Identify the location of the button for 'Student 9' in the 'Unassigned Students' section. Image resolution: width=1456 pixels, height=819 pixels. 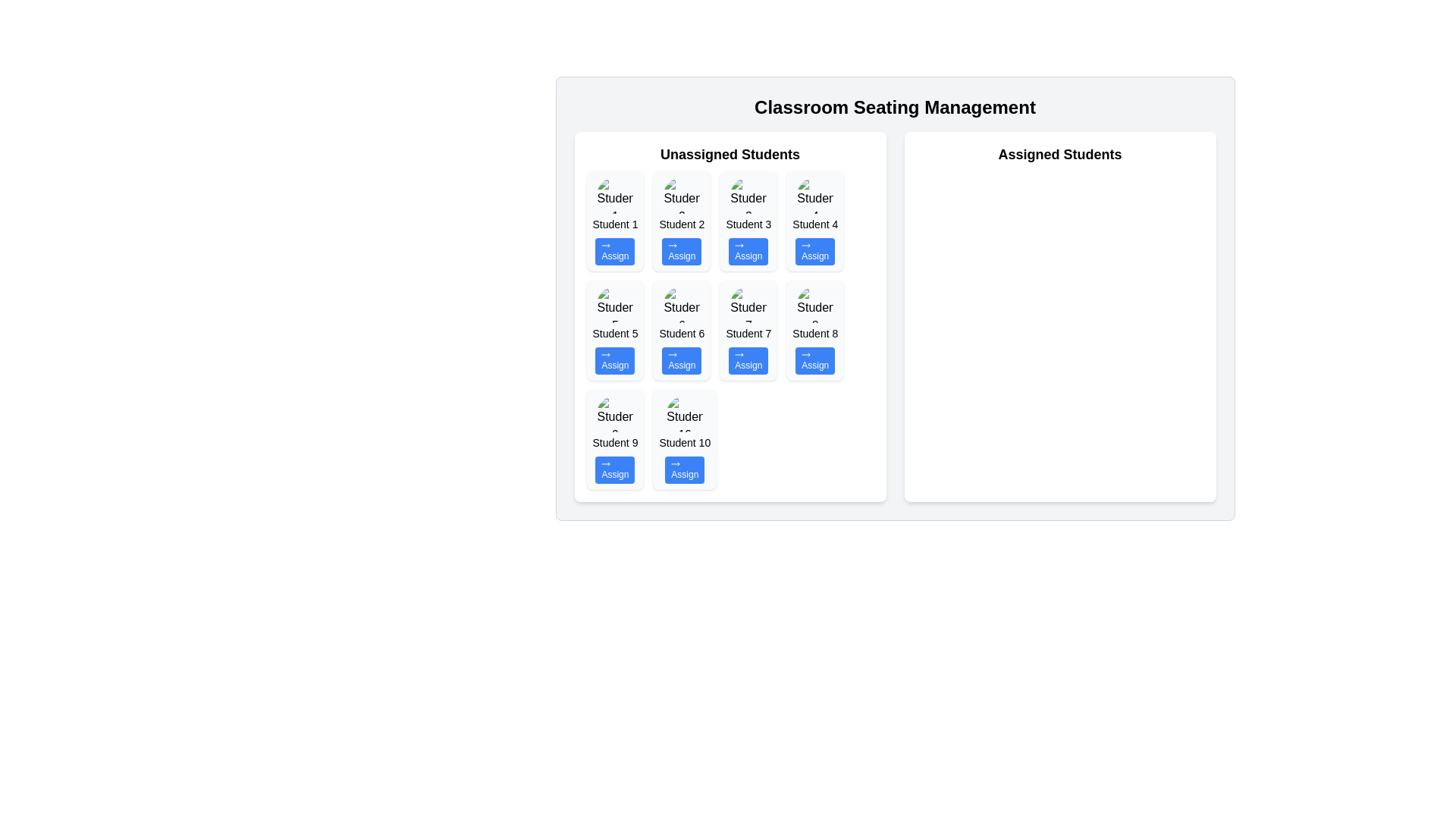
(615, 469).